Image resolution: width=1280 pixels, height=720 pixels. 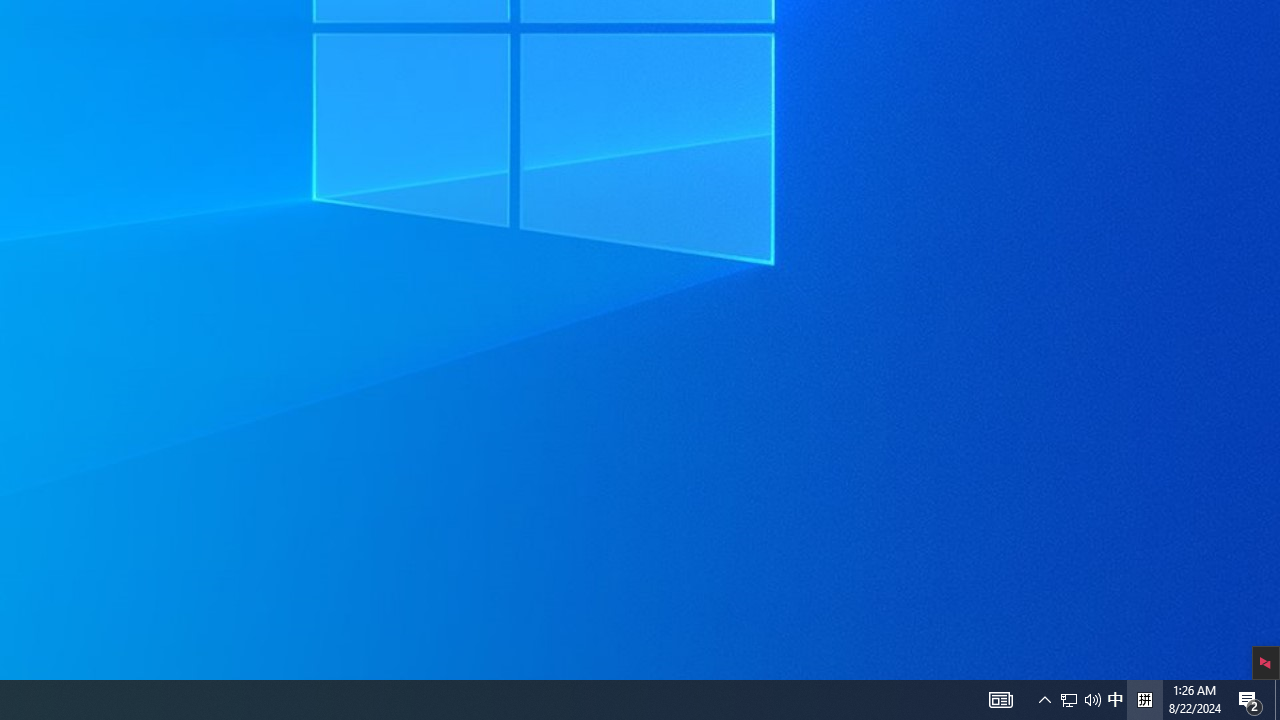 I want to click on 'AutomationID: 4105', so click(x=1000, y=698).